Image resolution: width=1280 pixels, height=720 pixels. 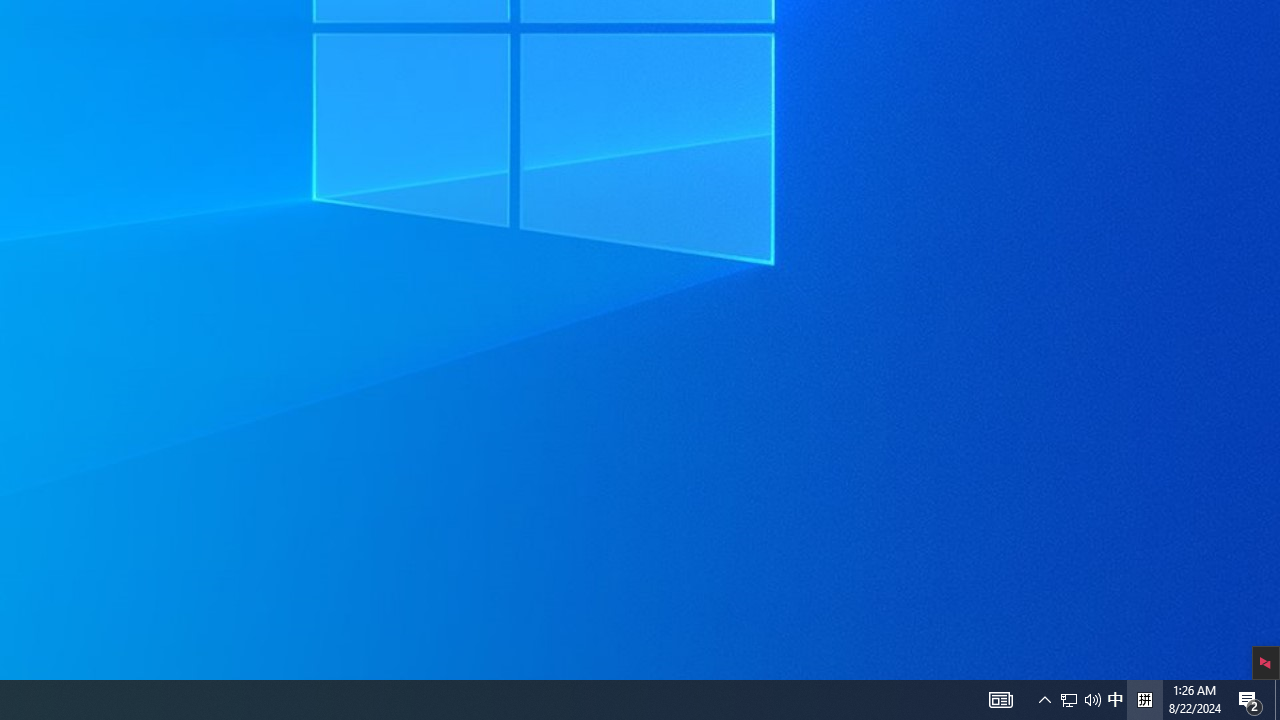 I want to click on 'AutomationID: 4105', so click(x=1000, y=698).